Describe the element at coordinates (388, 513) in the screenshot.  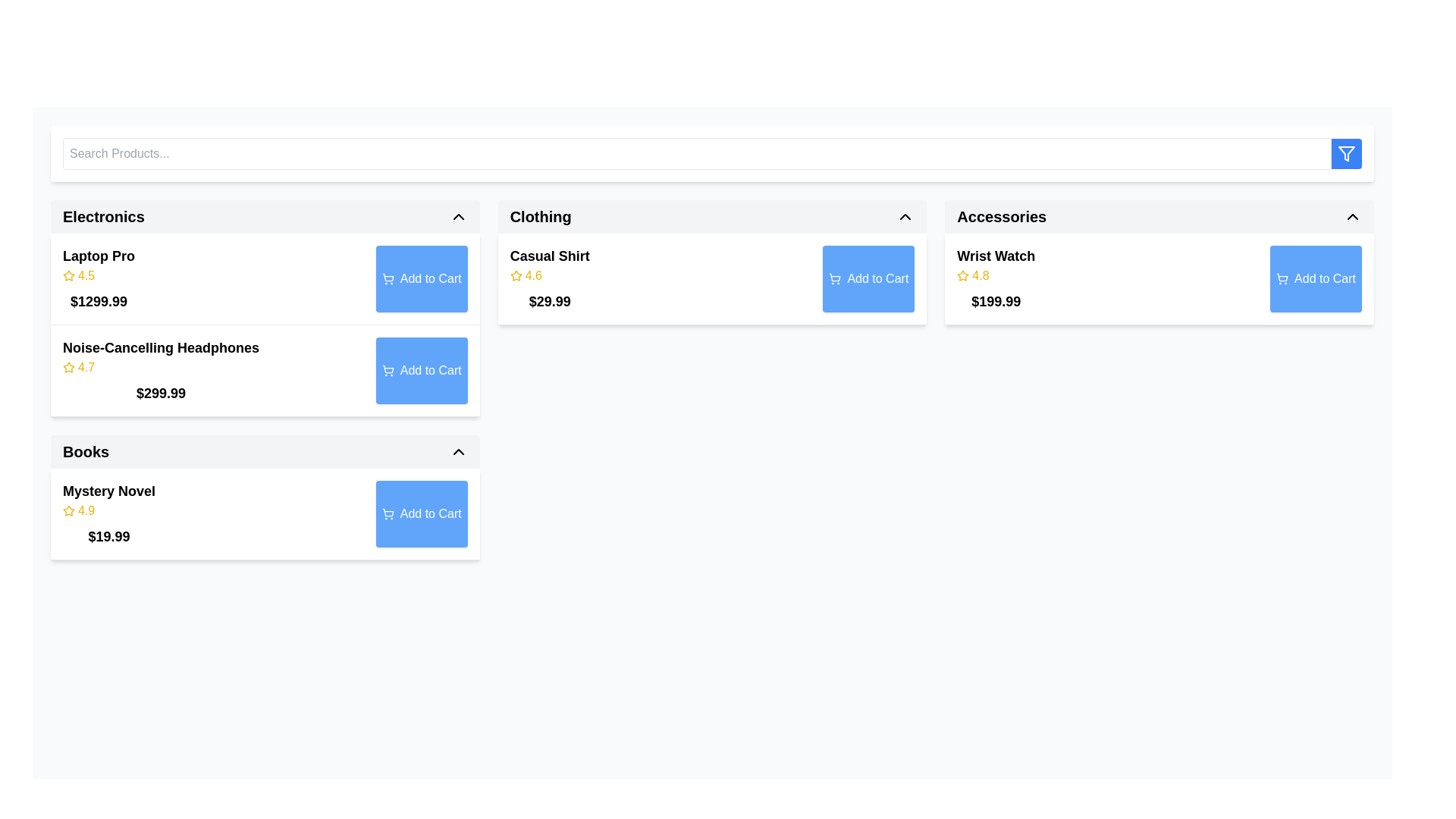
I see `the shopping cart icon located to the left of the 'Add to Cart' button for the 'Mystery Novel' in the 'Books' section` at that location.